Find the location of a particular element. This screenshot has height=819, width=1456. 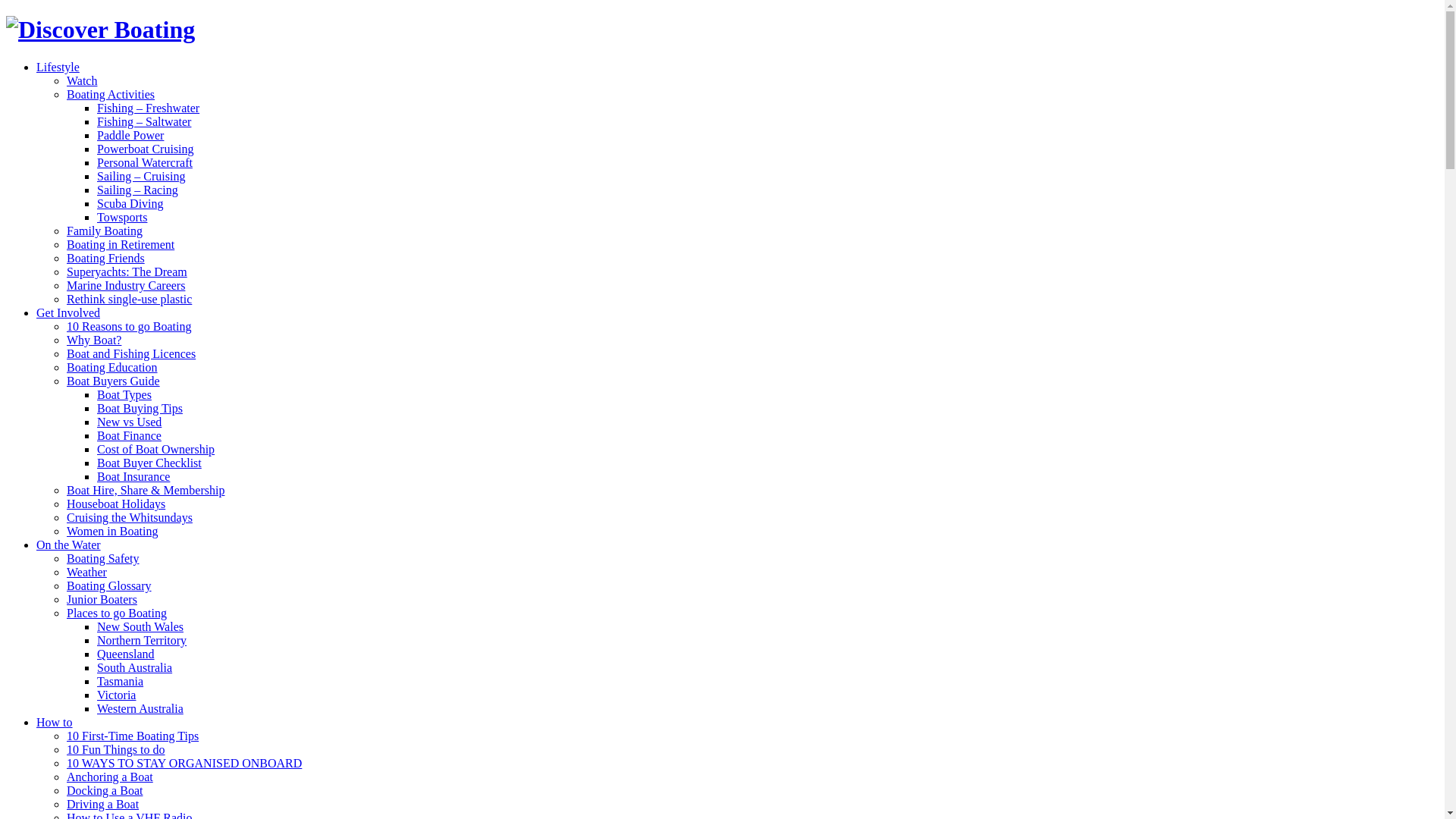

'Lifestyle' is located at coordinates (58, 66).